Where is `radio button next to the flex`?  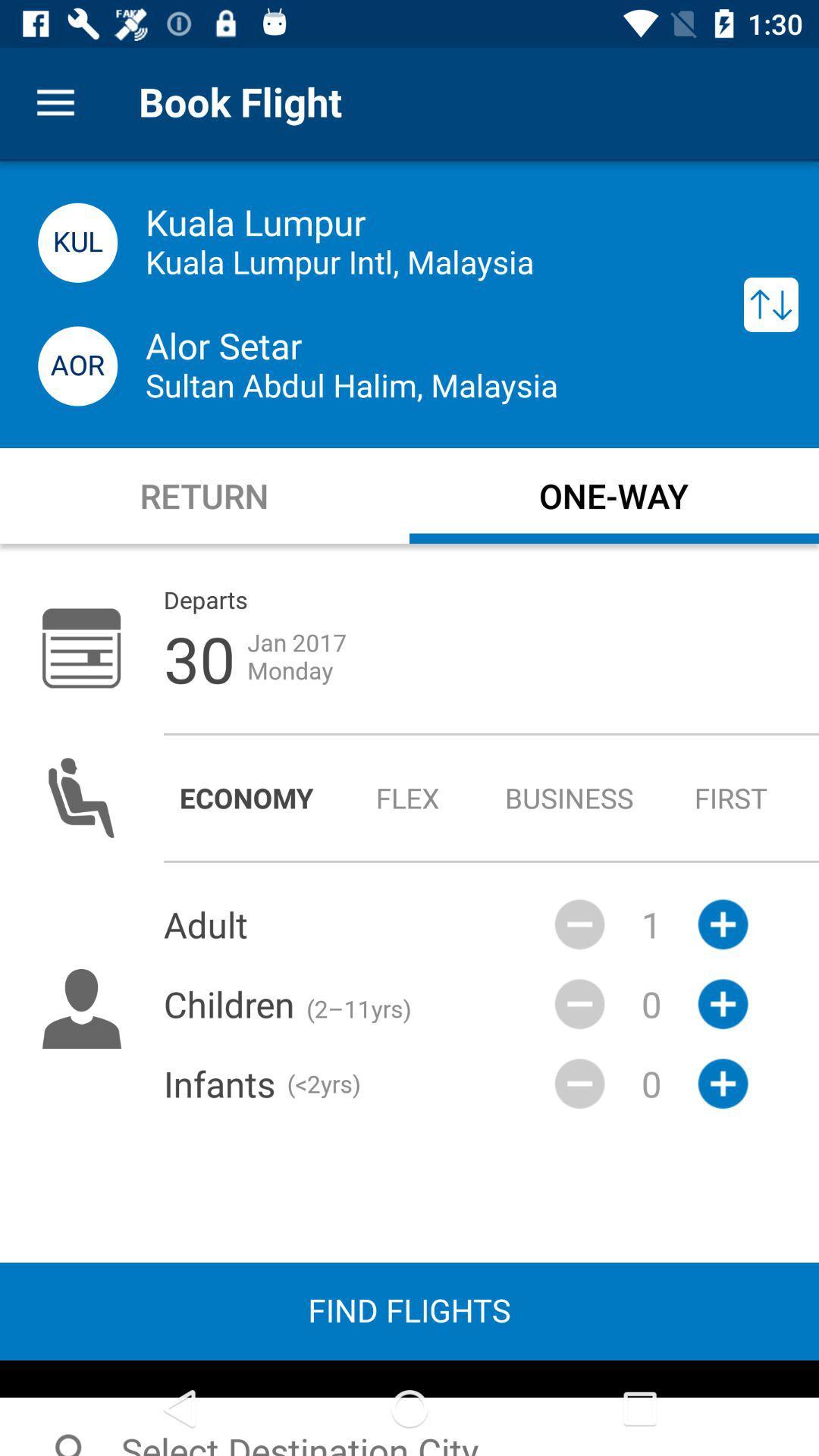
radio button next to the flex is located at coordinates (246, 797).